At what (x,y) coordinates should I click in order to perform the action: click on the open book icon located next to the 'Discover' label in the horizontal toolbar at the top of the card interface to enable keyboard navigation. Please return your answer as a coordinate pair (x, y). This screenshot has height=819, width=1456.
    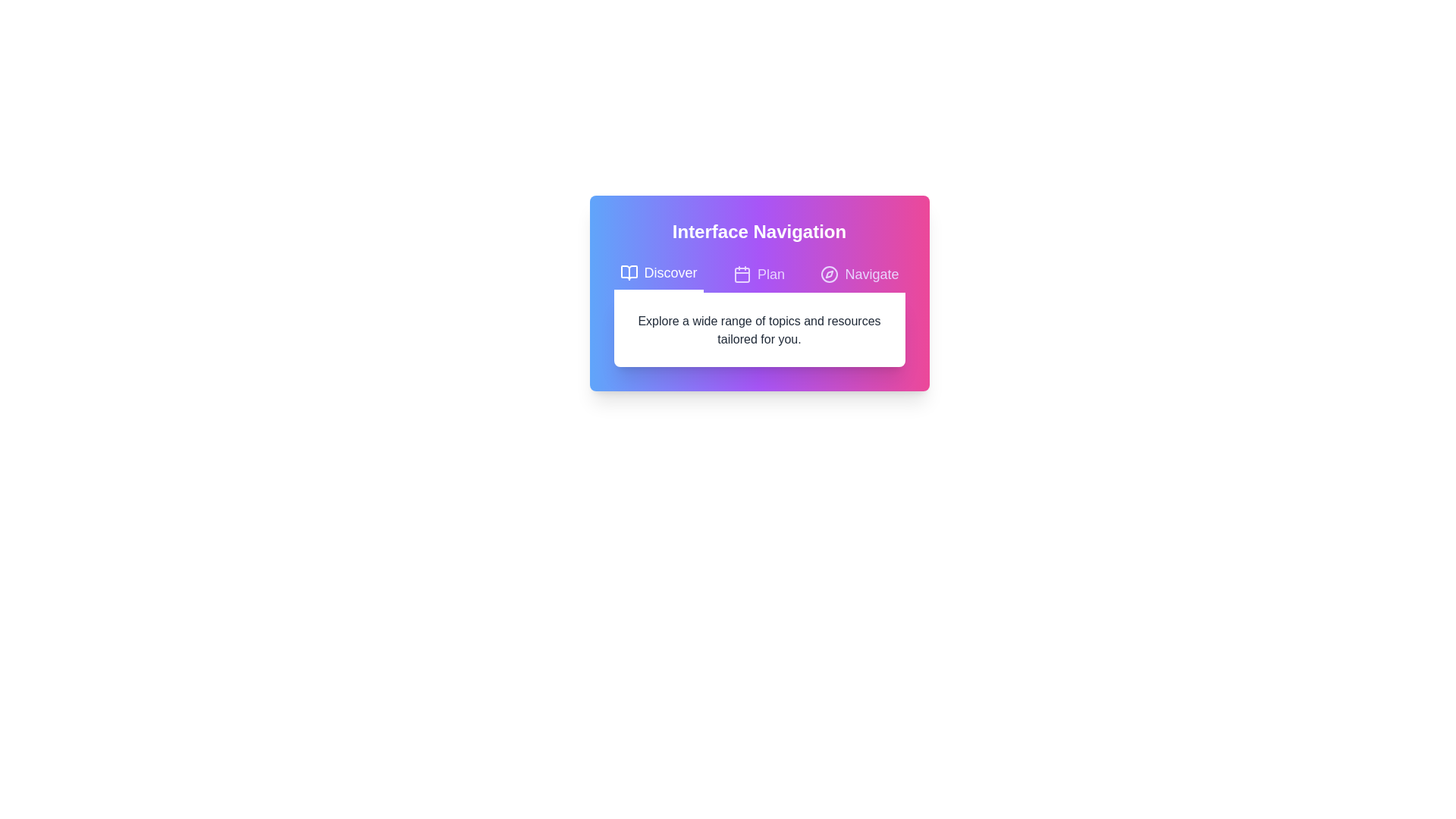
    Looking at the image, I should click on (629, 271).